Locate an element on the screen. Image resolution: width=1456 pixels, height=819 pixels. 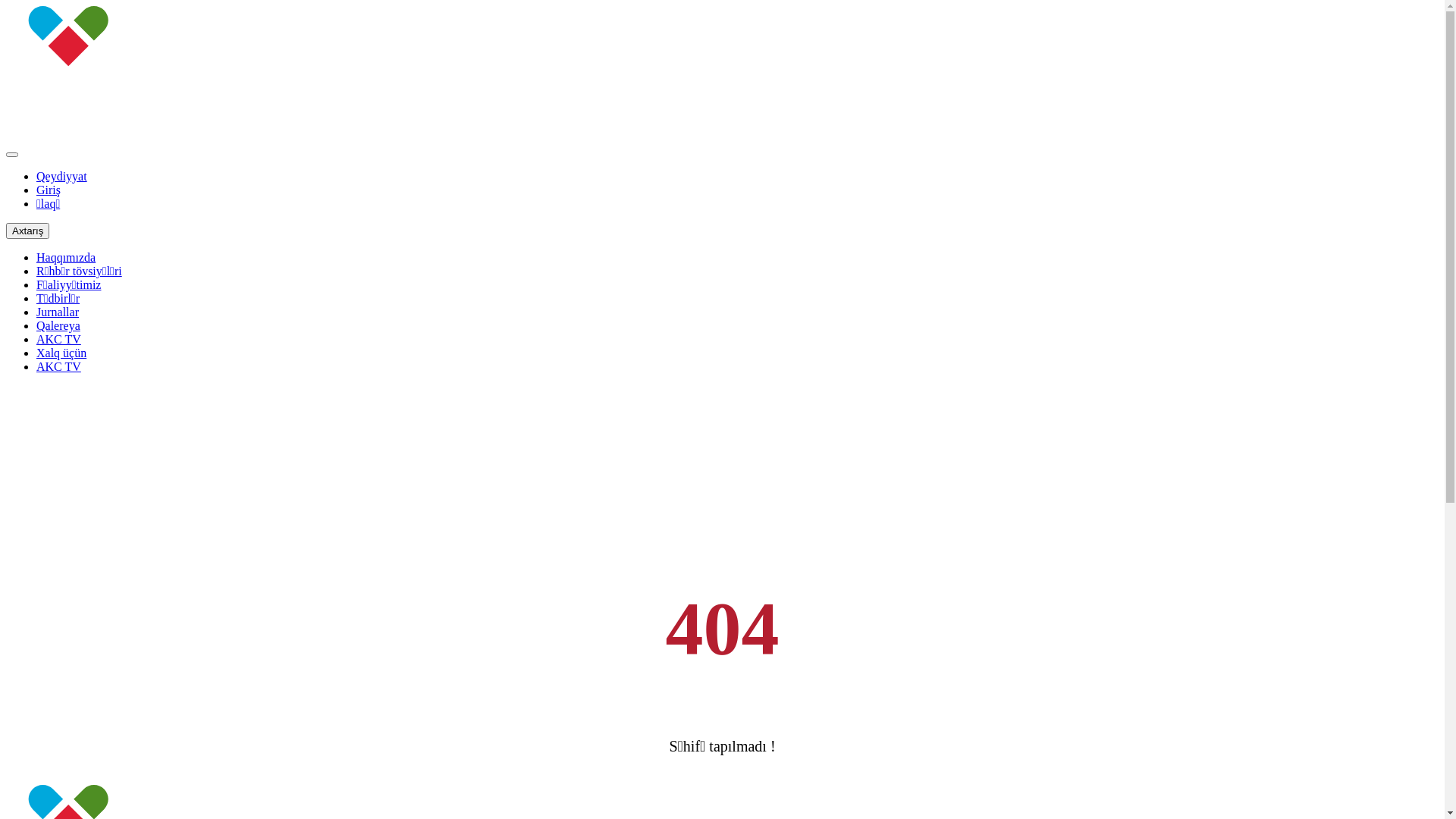
'Qeydiyyat' is located at coordinates (61, 175).